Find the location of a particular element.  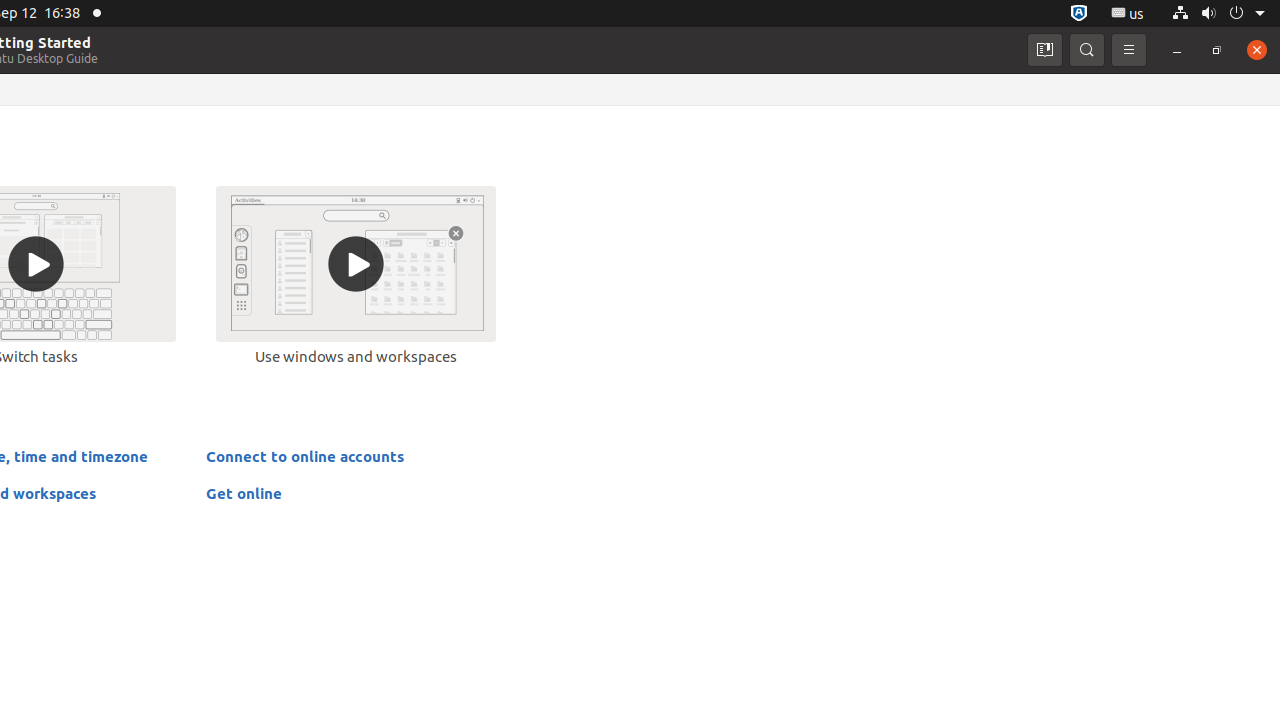

'Minimize' is located at coordinates (1176, 48).